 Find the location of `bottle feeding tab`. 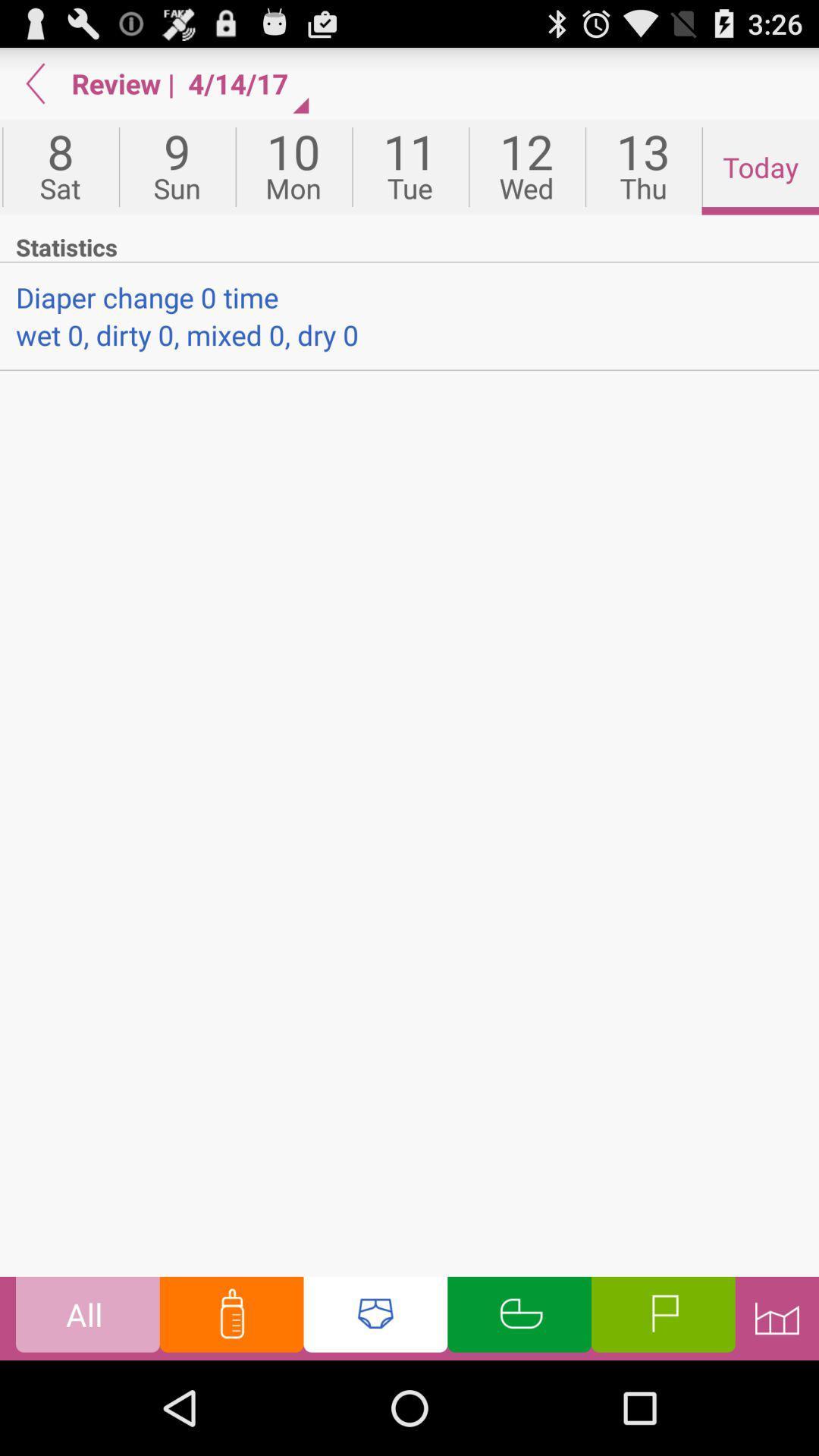

bottle feeding tab is located at coordinates (231, 1317).